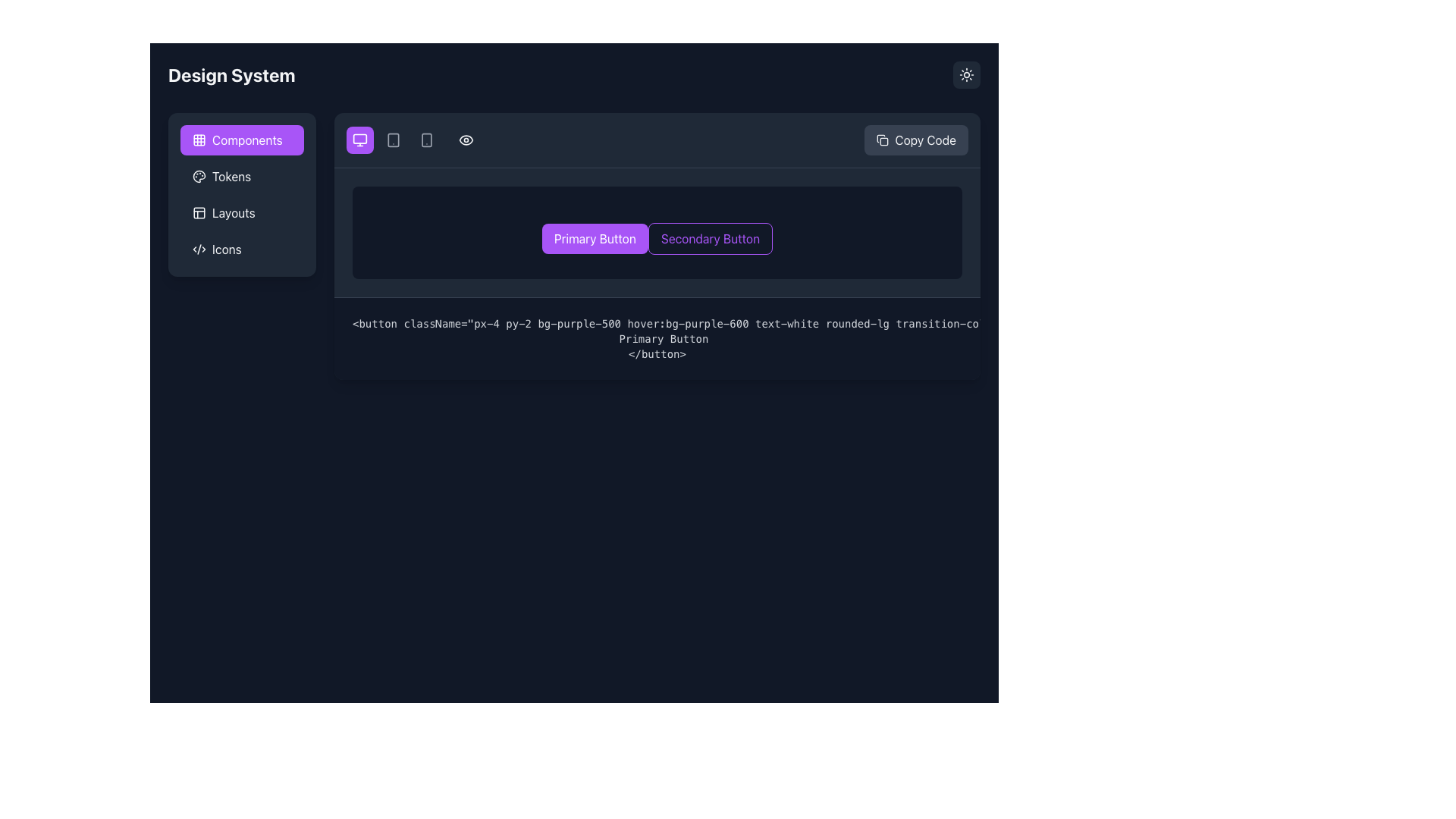 The height and width of the screenshot is (819, 1456). What do you see at coordinates (657, 140) in the screenshot?
I see `the 'Copy Code' button, which is styled with a specific background color and rounded corners, located on the far right side of a horizontal row of icons or buttons` at bounding box center [657, 140].